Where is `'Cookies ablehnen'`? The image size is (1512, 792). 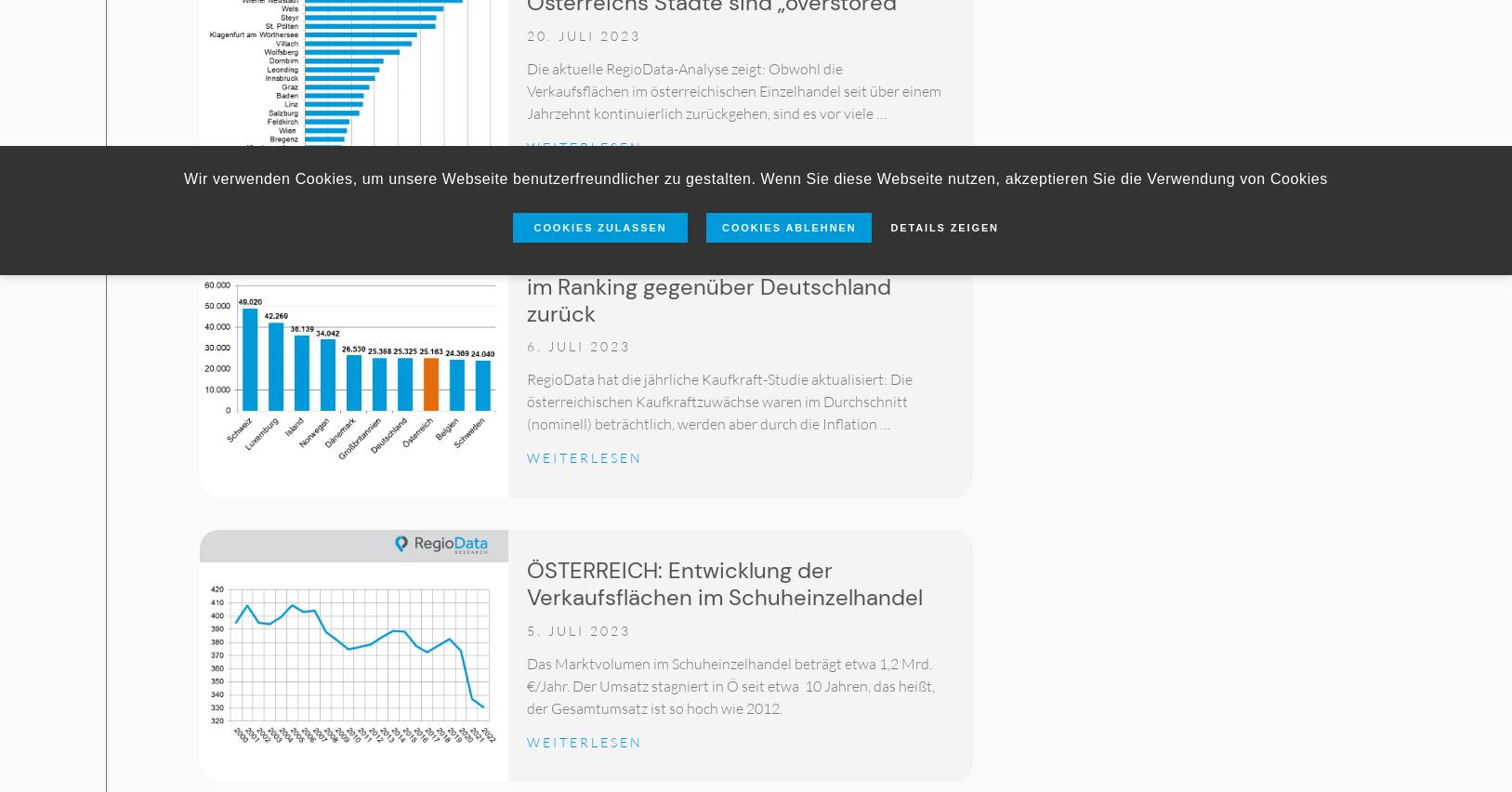 'Cookies ablehnen' is located at coordinates (788, 226).